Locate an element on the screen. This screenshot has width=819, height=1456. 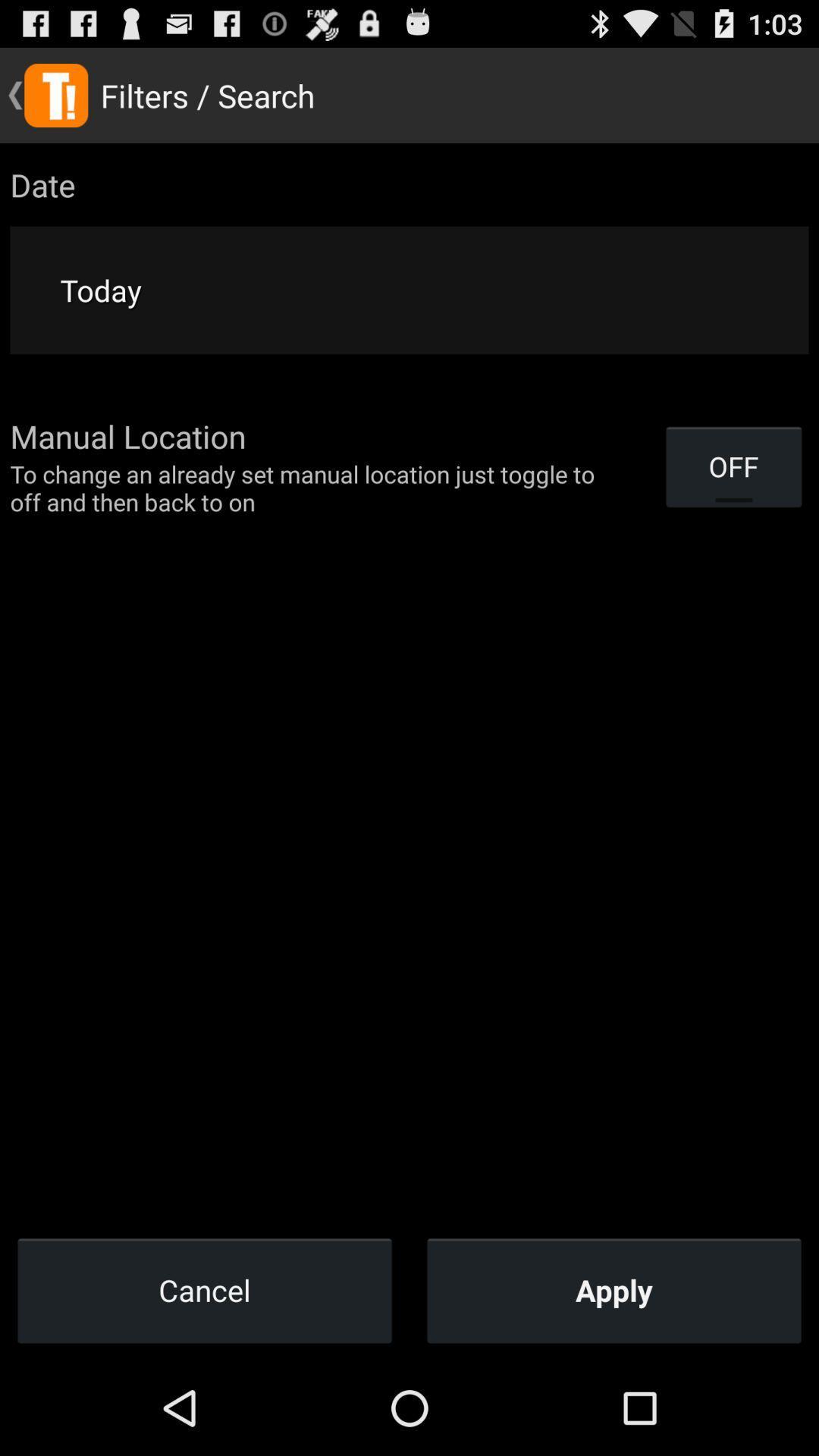
the button at the bottom left corner is located at coordinates (205, 1289).